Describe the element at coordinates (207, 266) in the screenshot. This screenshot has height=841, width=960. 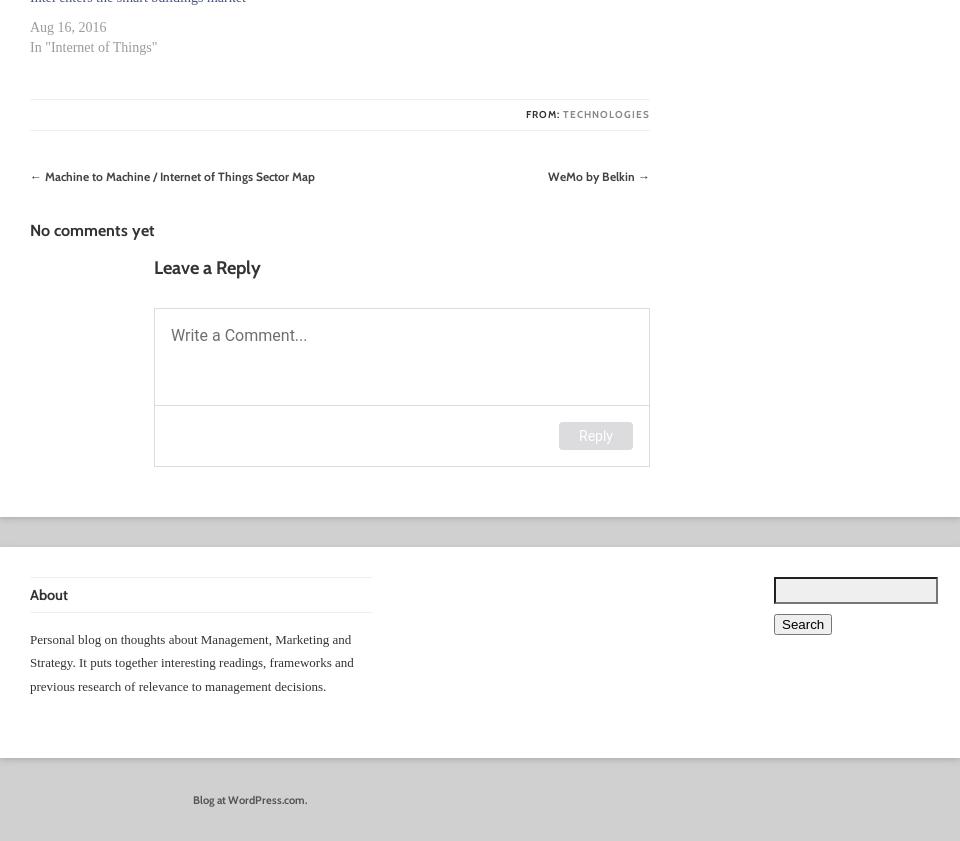
I see `'Leave a Reply'` at that location.